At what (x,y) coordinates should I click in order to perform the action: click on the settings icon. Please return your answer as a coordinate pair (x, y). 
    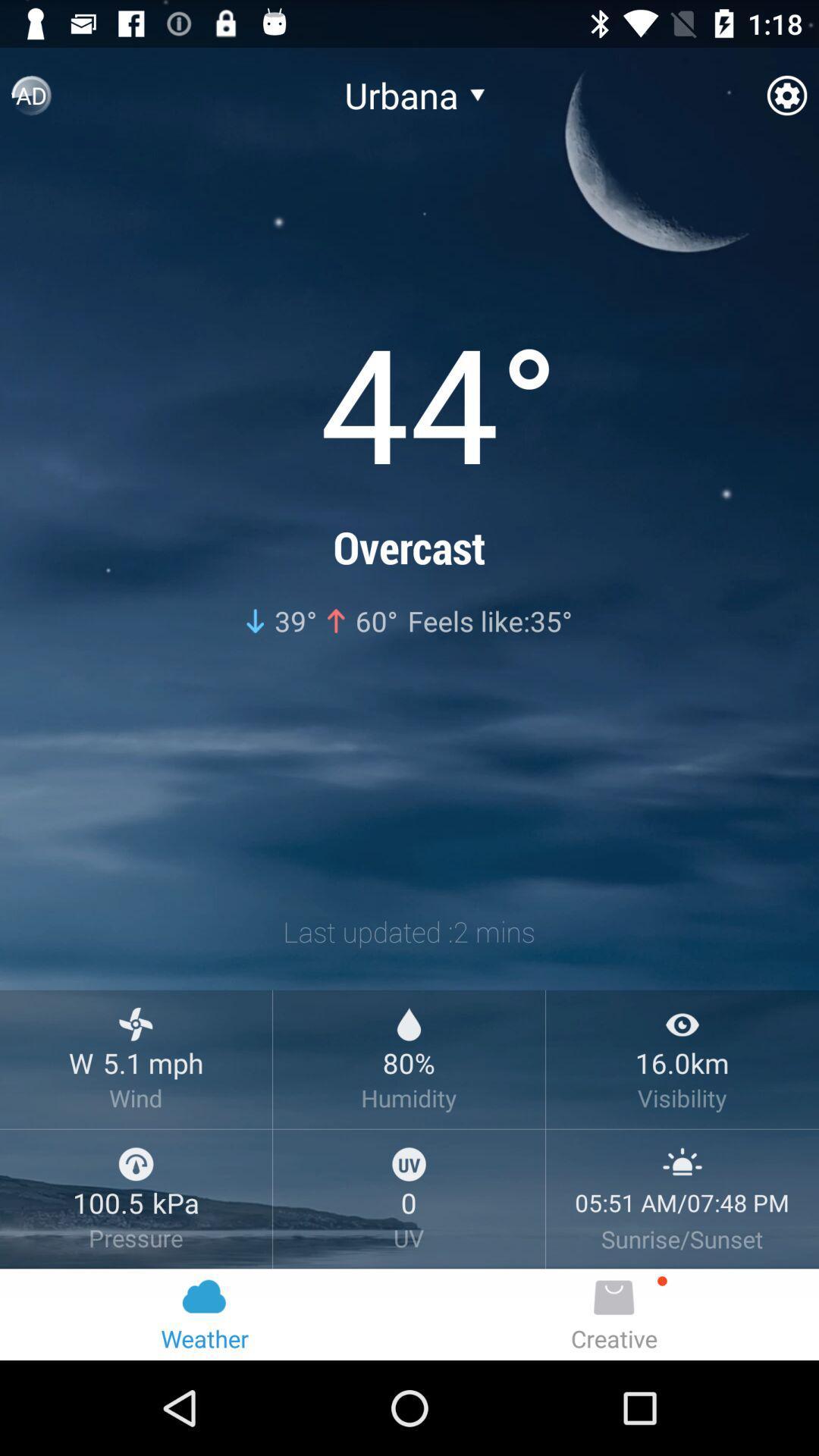
    Looking at the image, I should click on (786, 101).